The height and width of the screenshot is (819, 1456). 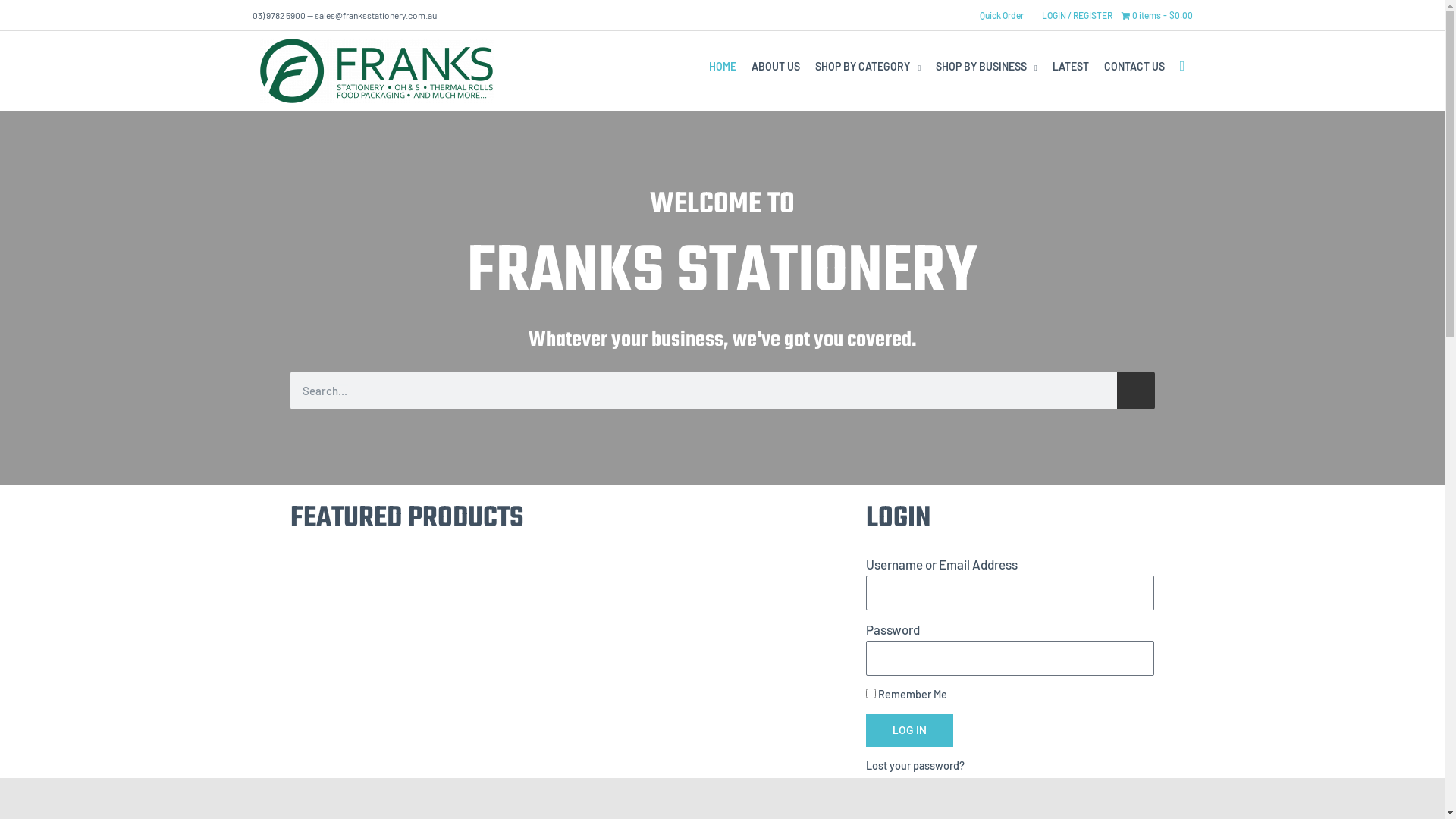 What do you see at coordinates (1134, 66) in the screenshot?
I see `'CONTACT US'` at bounding box center [1134, 66].